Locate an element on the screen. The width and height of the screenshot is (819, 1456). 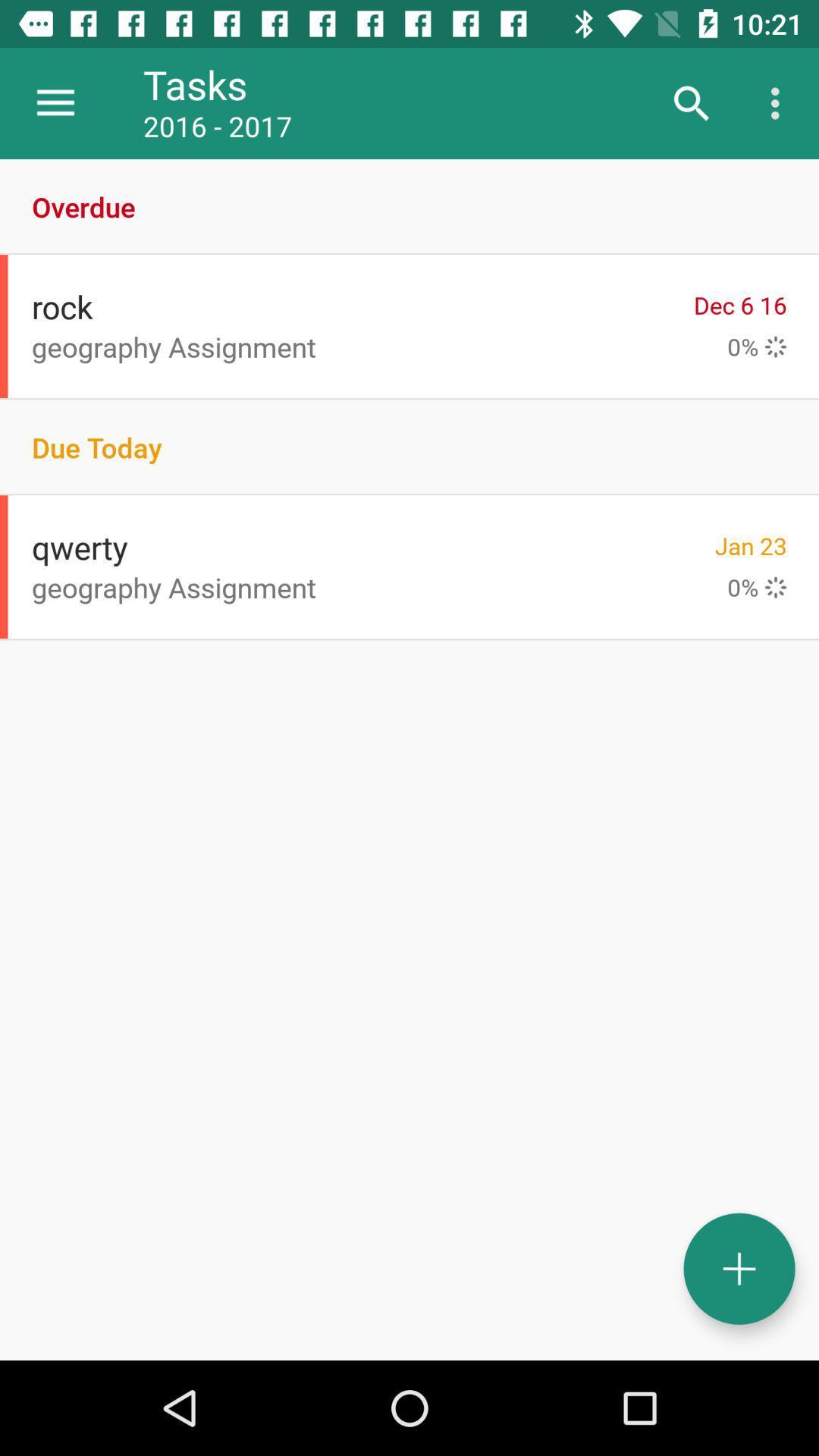
the add icon is located at coordinates (739, 1269).